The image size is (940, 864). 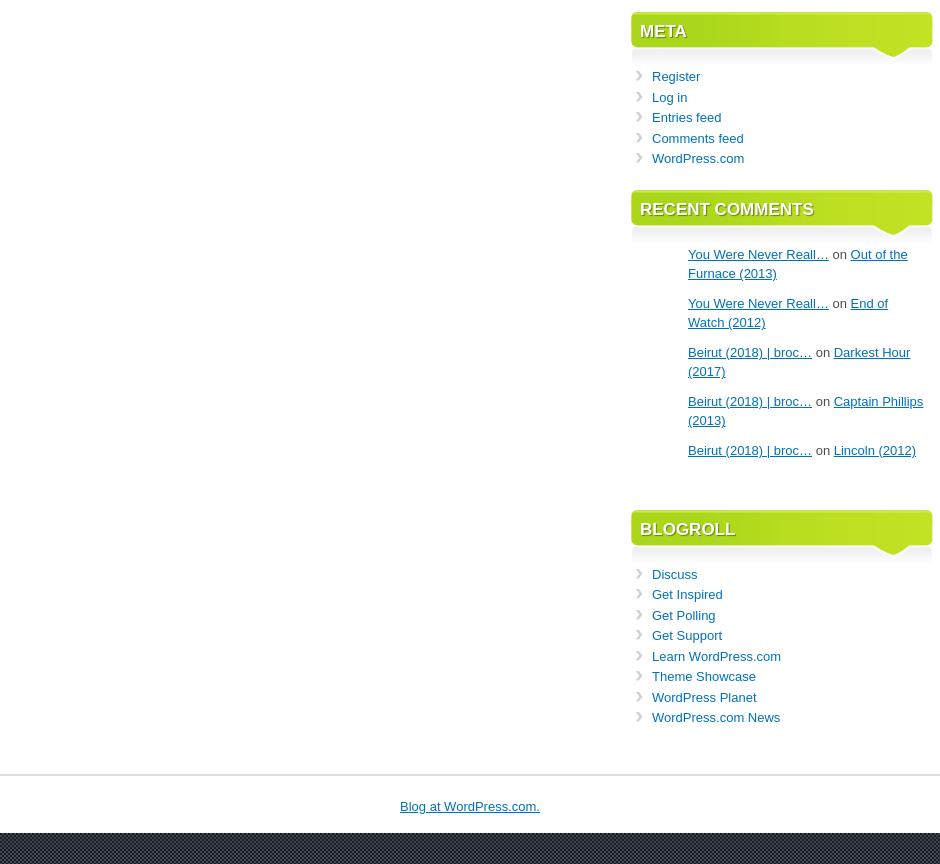 I want to click on 'WordPress.com News', so click(x=715, y=717).